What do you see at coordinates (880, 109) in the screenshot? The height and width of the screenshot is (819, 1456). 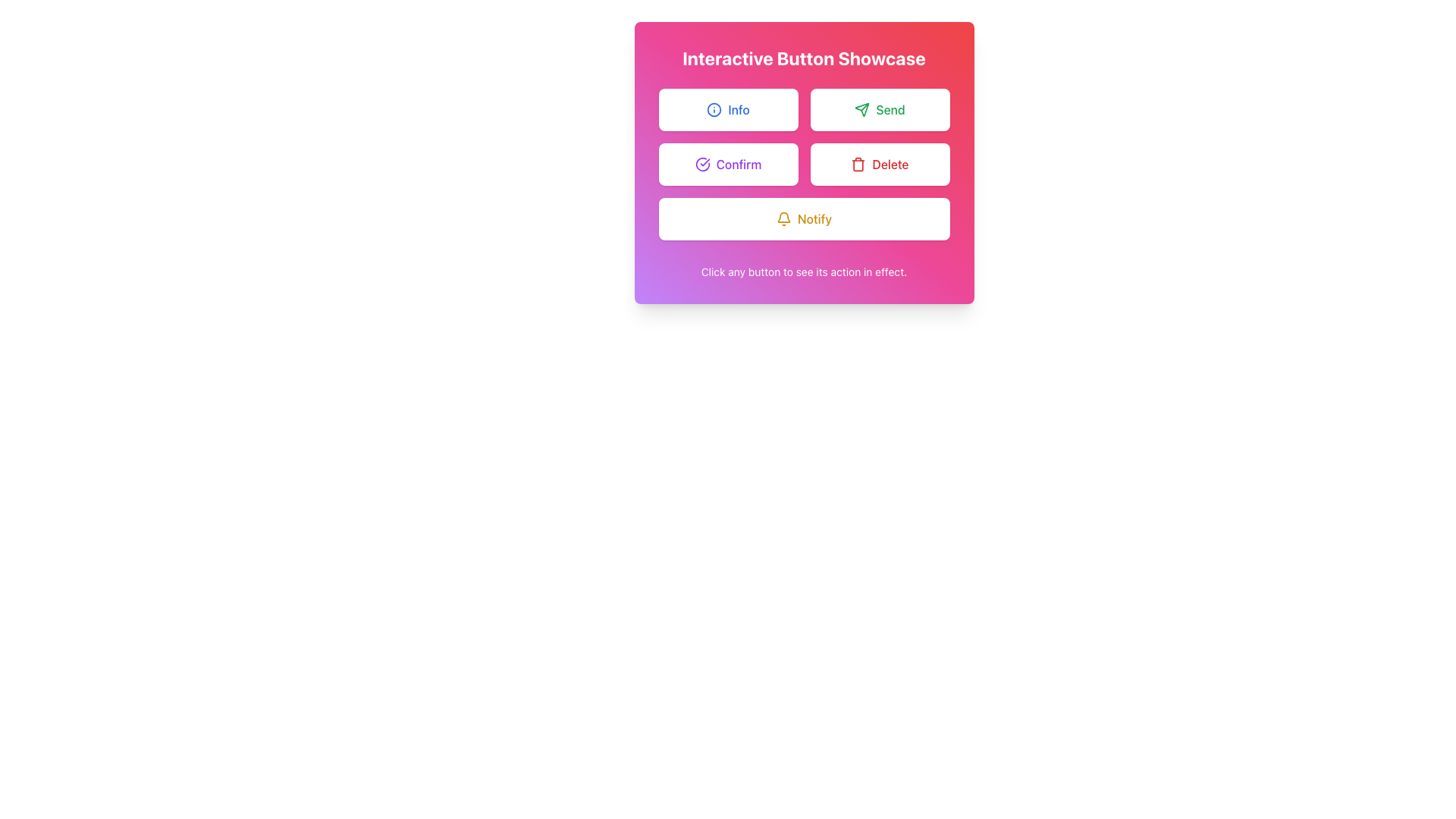 I see `the 'Send' button located in the top-right of the grid layout to initiate the message or data transfer action` at bounding box center [880, 109].